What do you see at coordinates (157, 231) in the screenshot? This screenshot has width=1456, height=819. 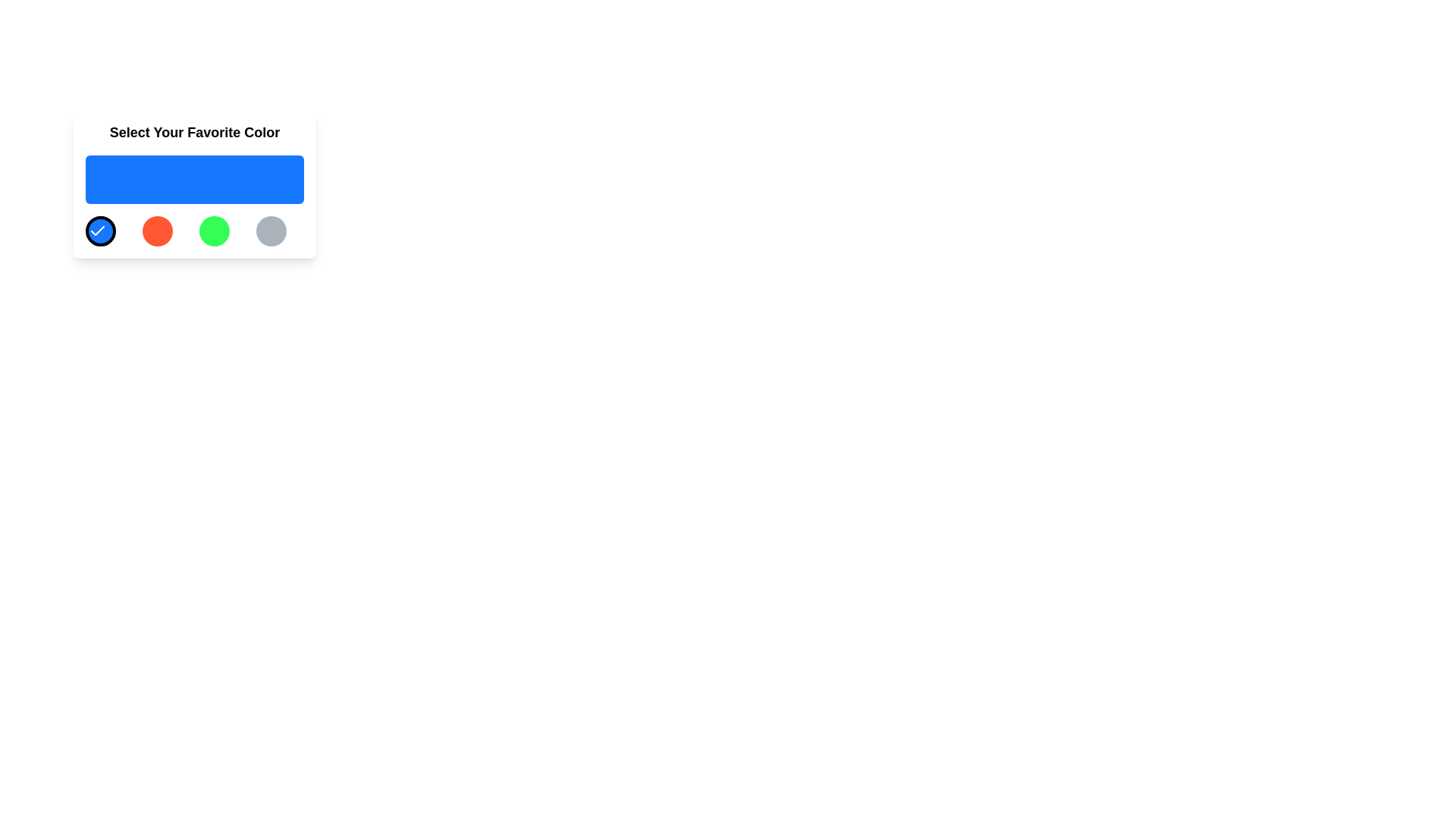 I see `the circular button with a red background, which is the second button in a row of four, located between the blue button with a checkmark and the green button` at bounding box center [157, 231].